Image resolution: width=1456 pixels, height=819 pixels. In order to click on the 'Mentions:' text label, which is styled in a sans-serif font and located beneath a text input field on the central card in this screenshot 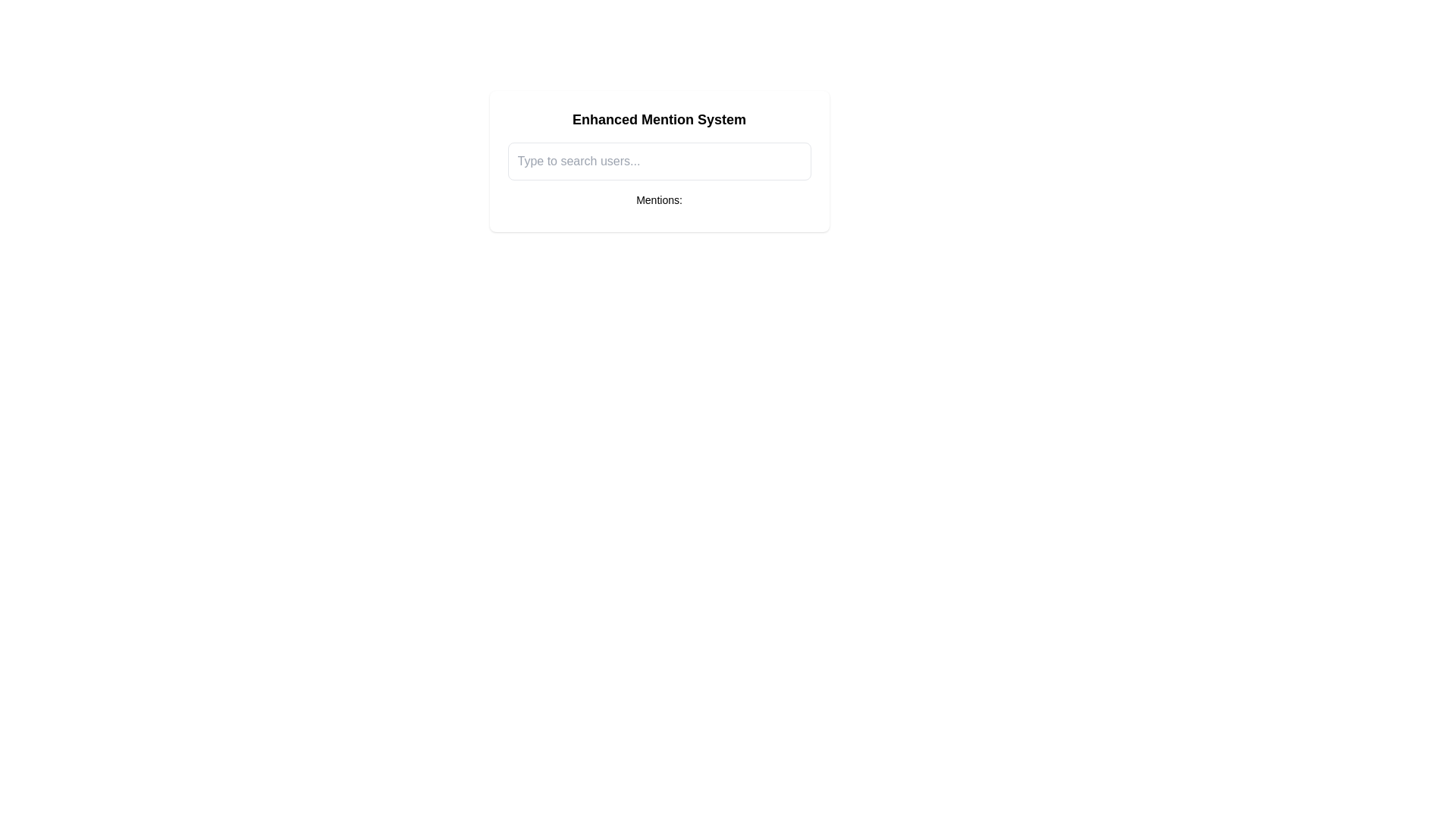, I will do `click(659, 199)`.